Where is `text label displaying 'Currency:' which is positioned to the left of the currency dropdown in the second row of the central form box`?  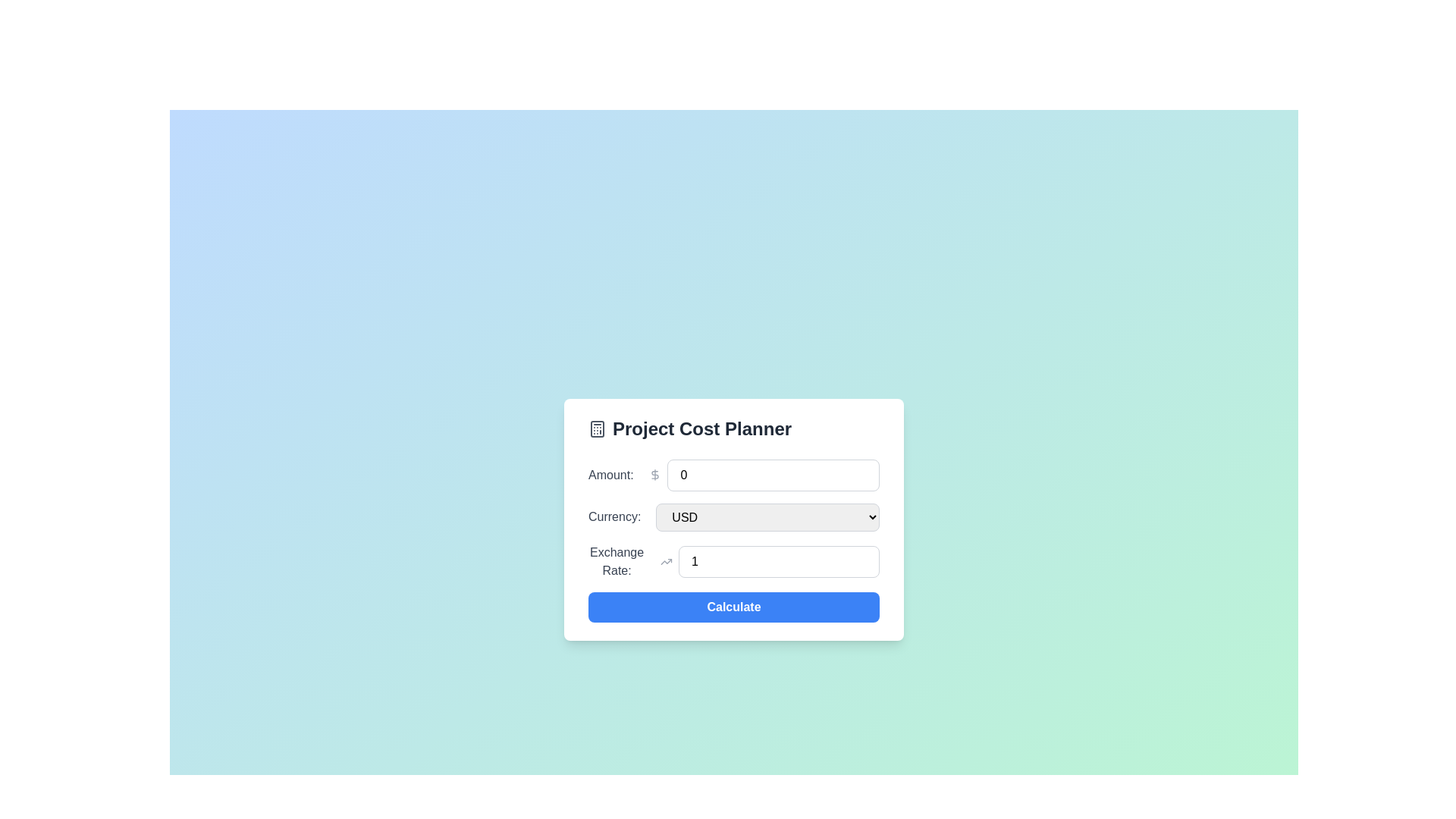
text label displaying 'Currency:' which is positioned to the left of the currency dropdown in the second row of the central form box is located at coordinates (614, 516).